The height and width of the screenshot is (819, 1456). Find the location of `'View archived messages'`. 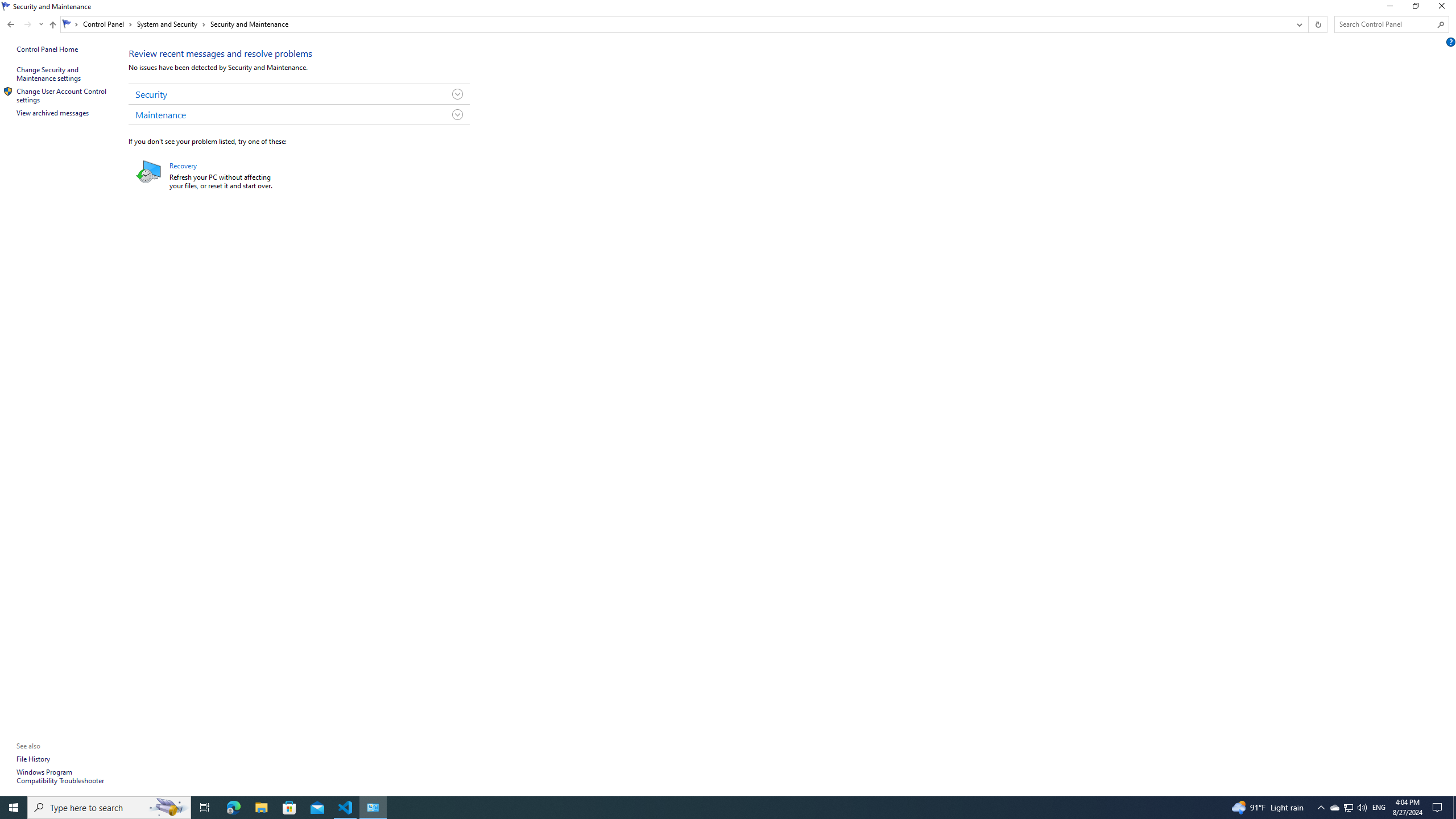

'View archived messages' is located at coordinates (53, 113).